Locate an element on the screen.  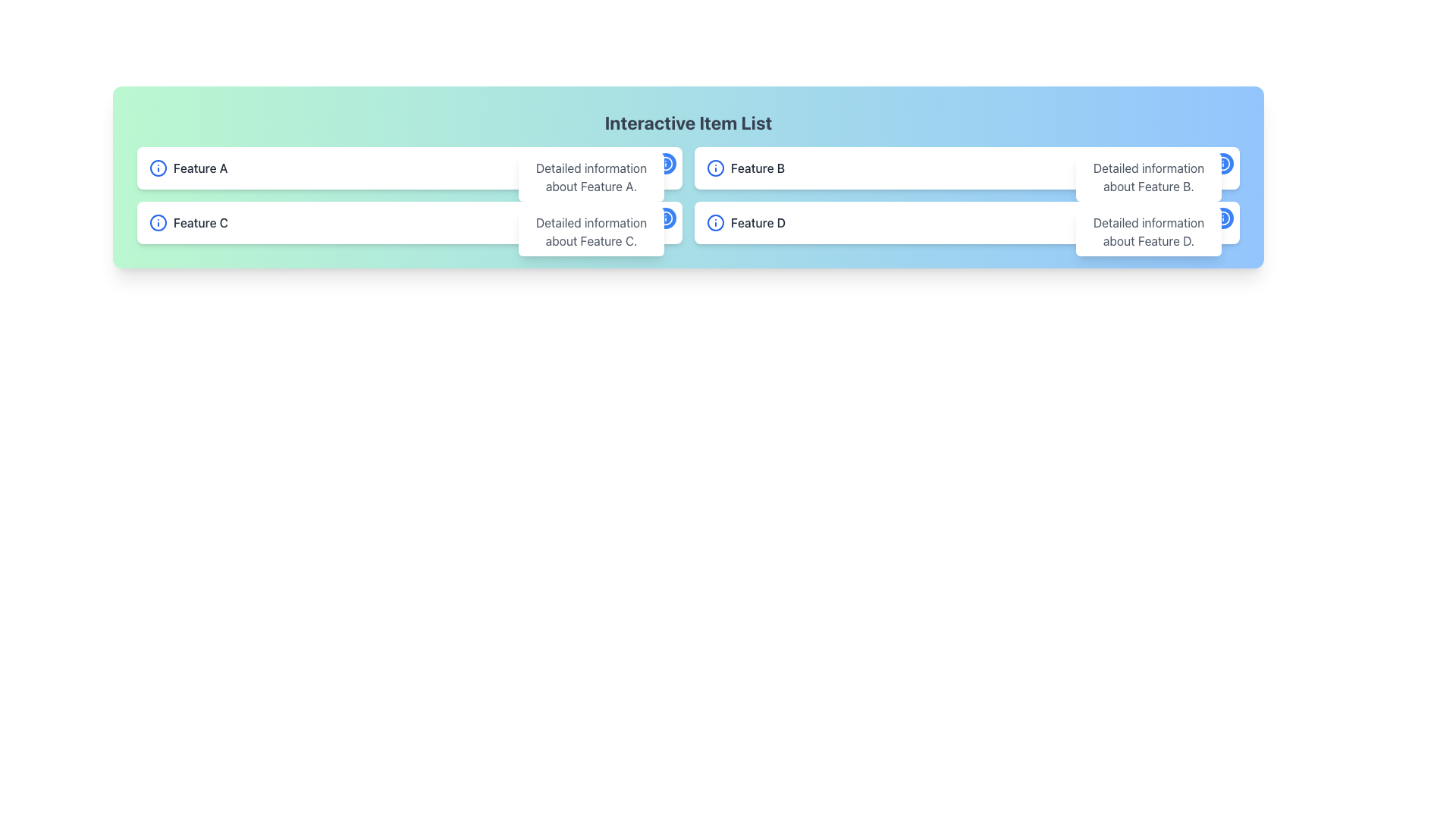
the information icon represented by a blue circle with a white center, located to the left of the text 'Feature C' is located at coordinates (158, 222).